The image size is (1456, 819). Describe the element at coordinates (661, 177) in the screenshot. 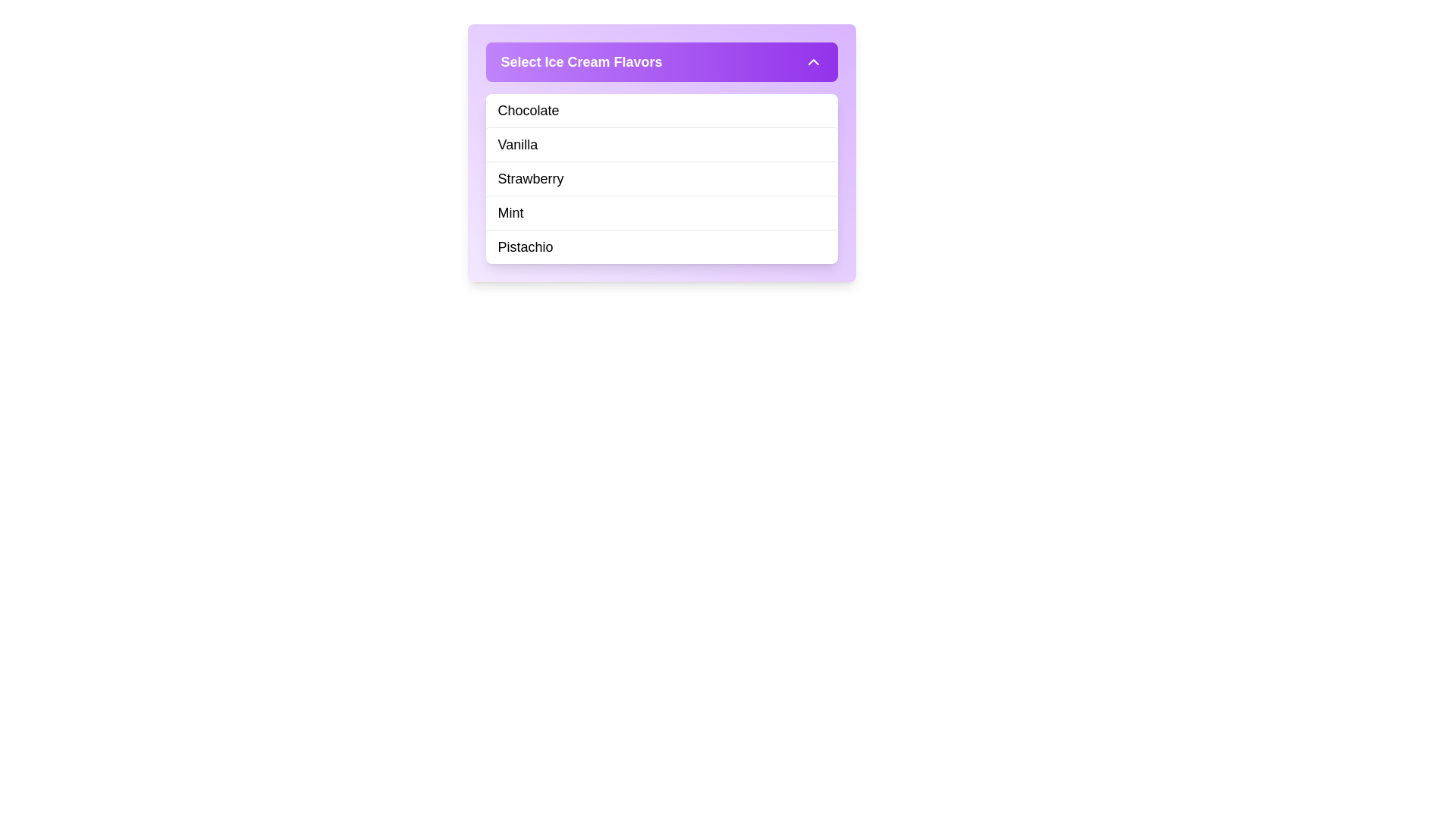

I see `the third item in the list of selectable ice cream flavors, which is positioned between 'Vanilla' and 'Mint'` at that location.